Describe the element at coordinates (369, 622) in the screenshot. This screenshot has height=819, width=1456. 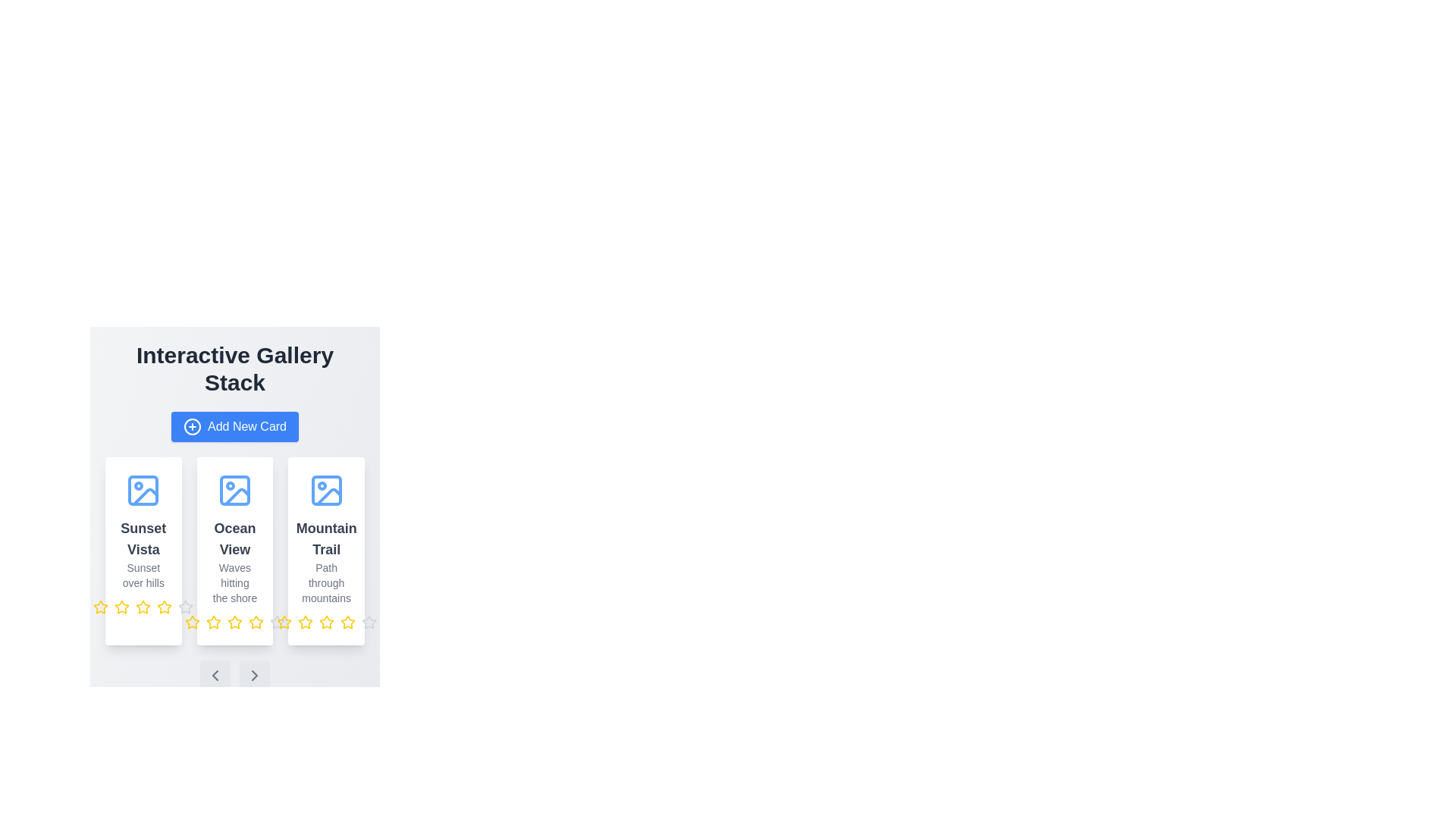
I see `the star icon representing the third rating unit` at that location.